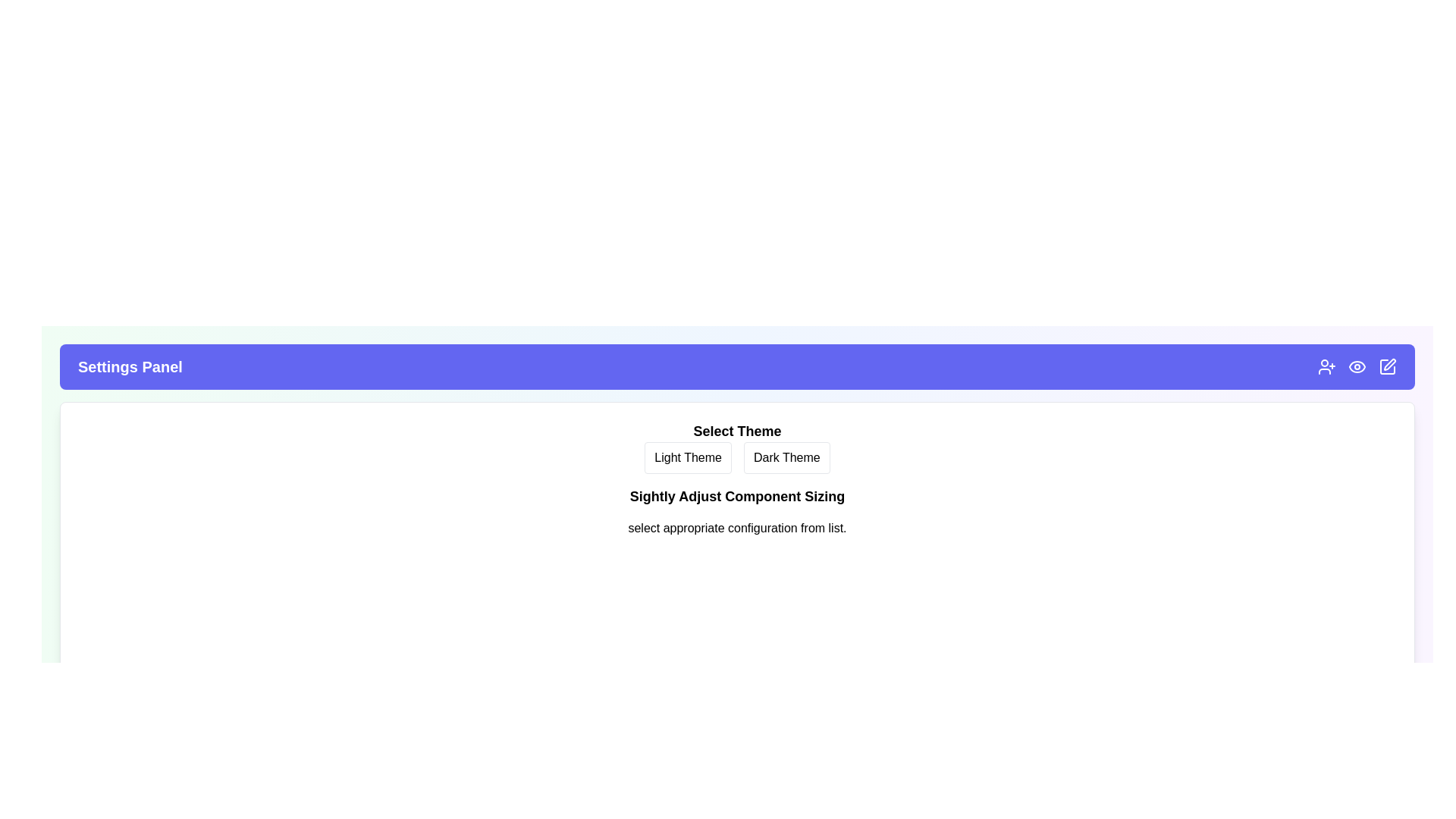  Describe the element at coordinates (1390, 365) in the screenshot. I see `the graphic icon resembling a pen within a square located in the toolbar at the top-right corner of the interface, which likely triggers an editing or pen functionality action` at that location.